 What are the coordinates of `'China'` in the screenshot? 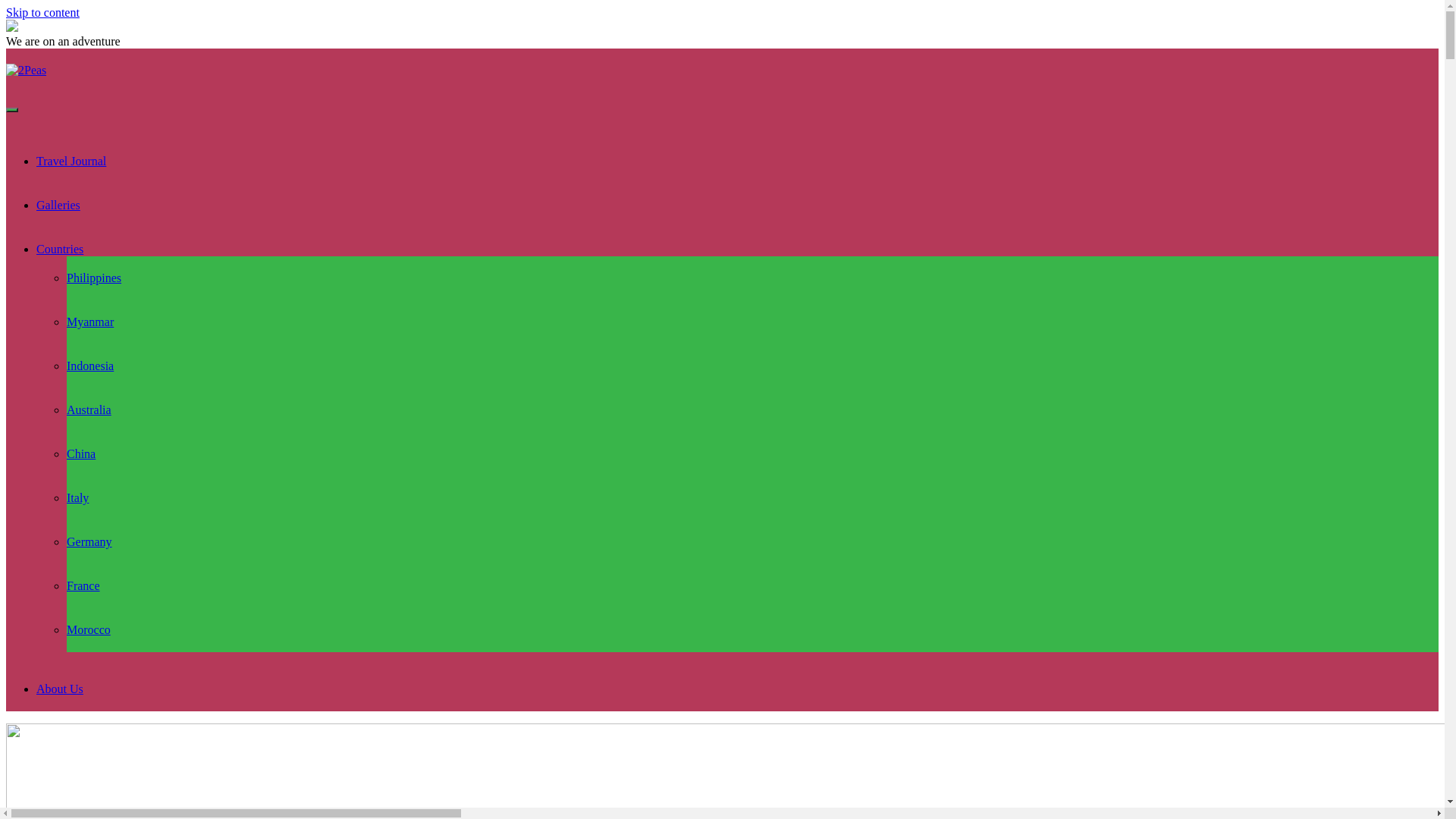 It's located at (80, 453).